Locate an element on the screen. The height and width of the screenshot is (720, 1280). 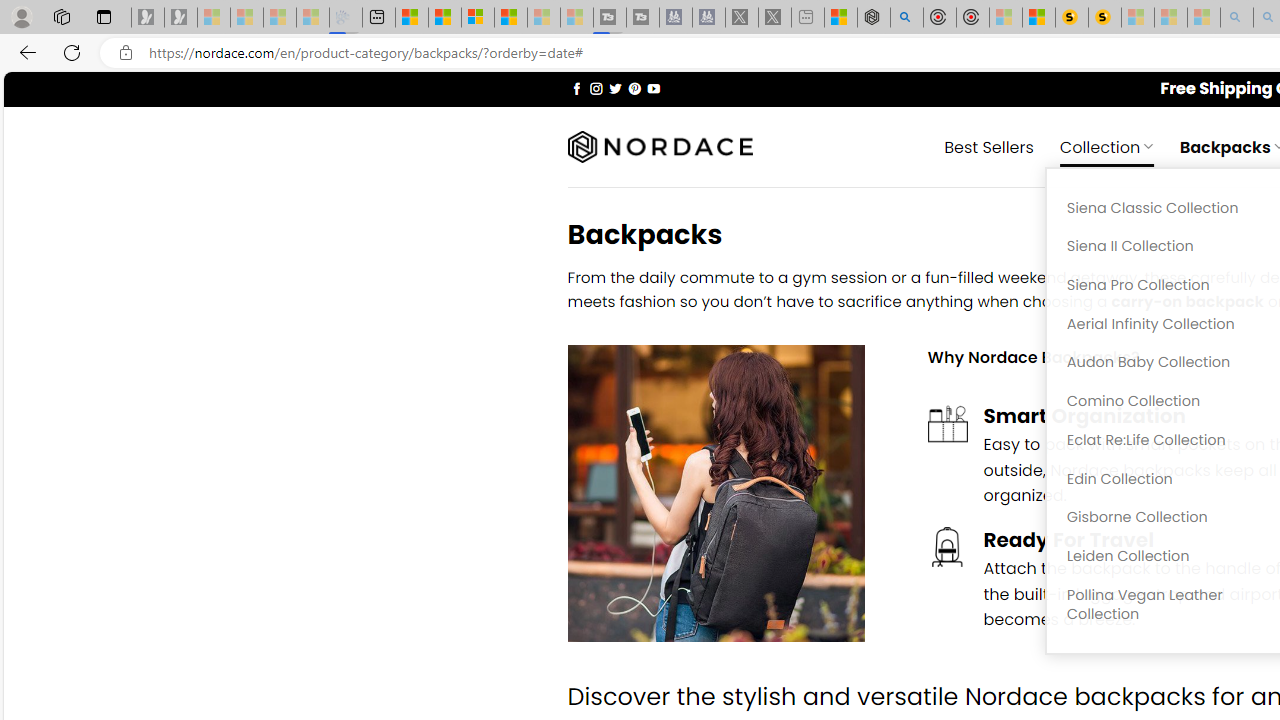
'Streaming Coverage | T3 - Sleeping' is located at coordinates (608, 17).